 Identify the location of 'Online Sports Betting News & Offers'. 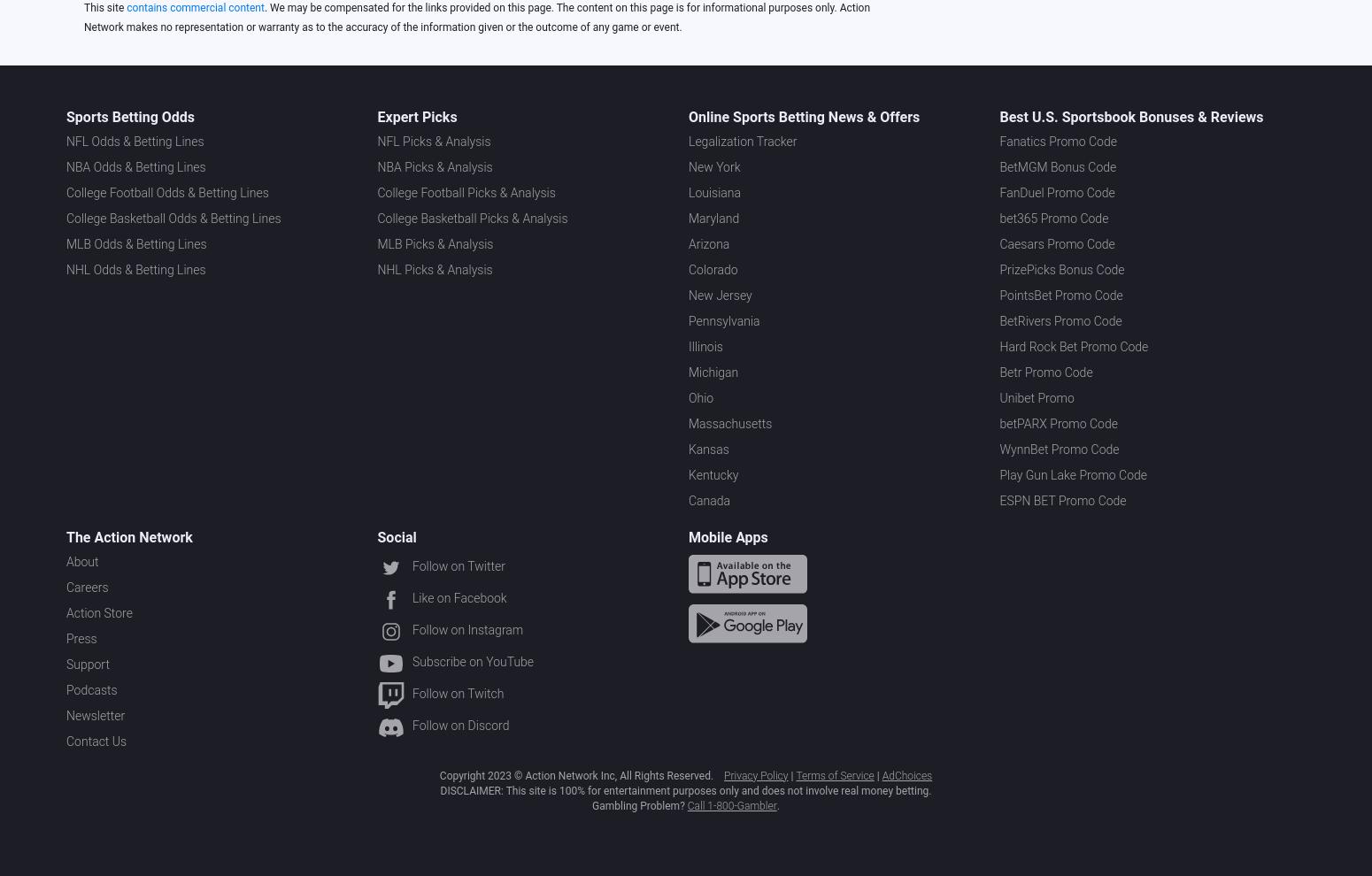
(804, 115).